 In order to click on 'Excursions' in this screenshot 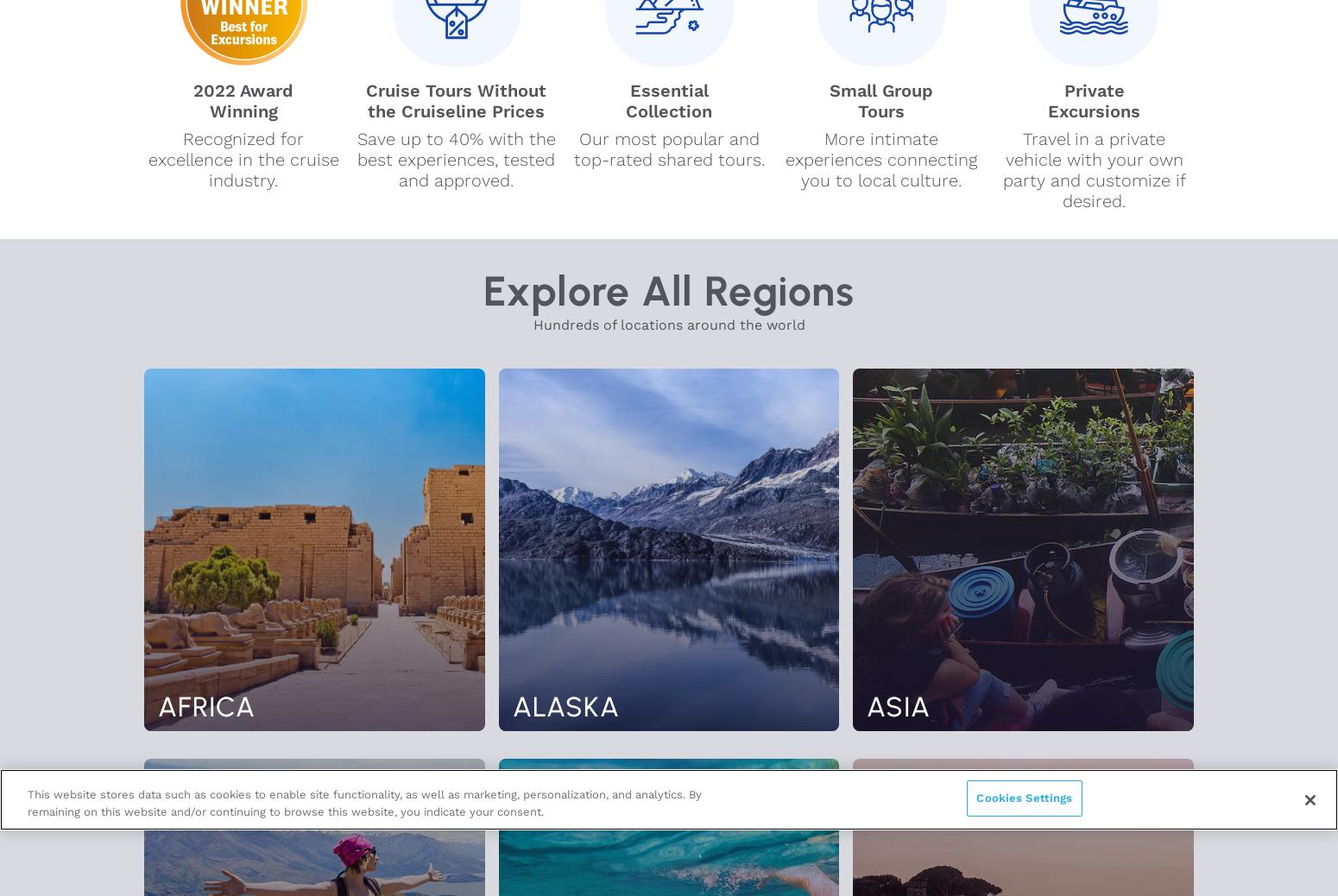, I will do `click(1093, 109)`.